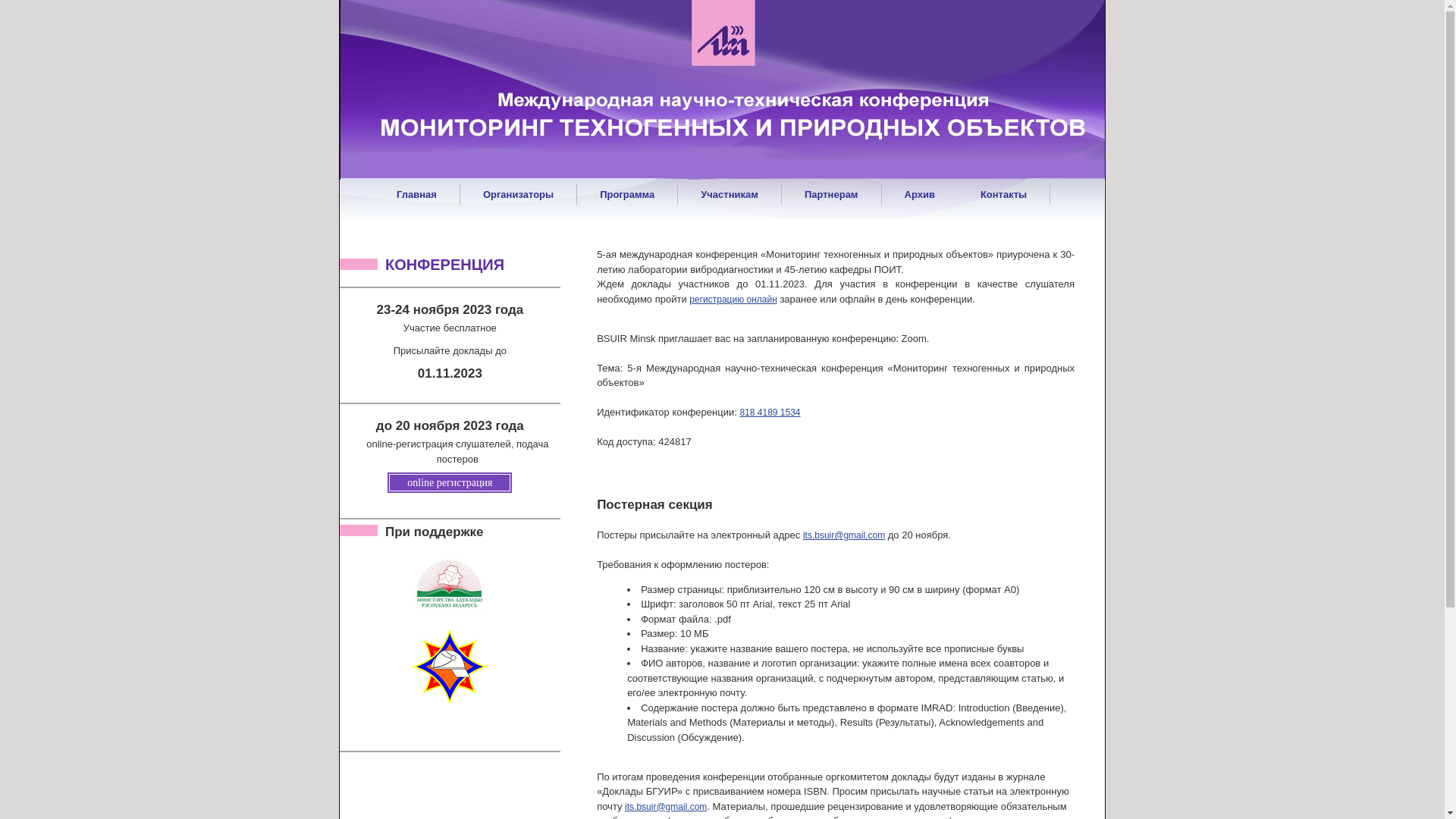 This screenshot has width=1456, height=819. I want to click on '818 4189 1534', so click(769, 412).